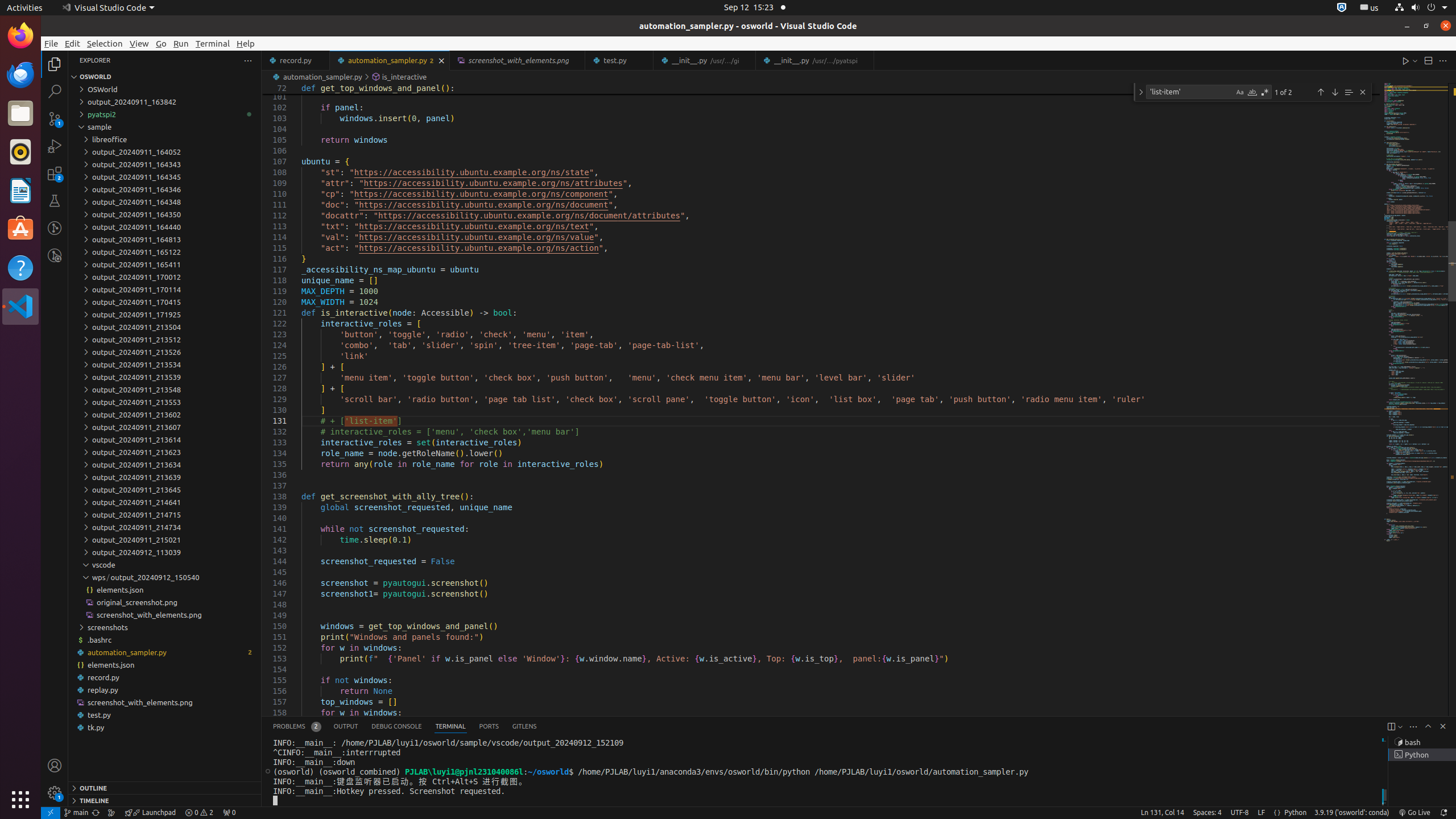  What do you see at coordinates (54, 172) in the screenshot?
I see `'Extensions (Ctrl+Shift+X) - 2 require update'` at bounding box center [54, 172].